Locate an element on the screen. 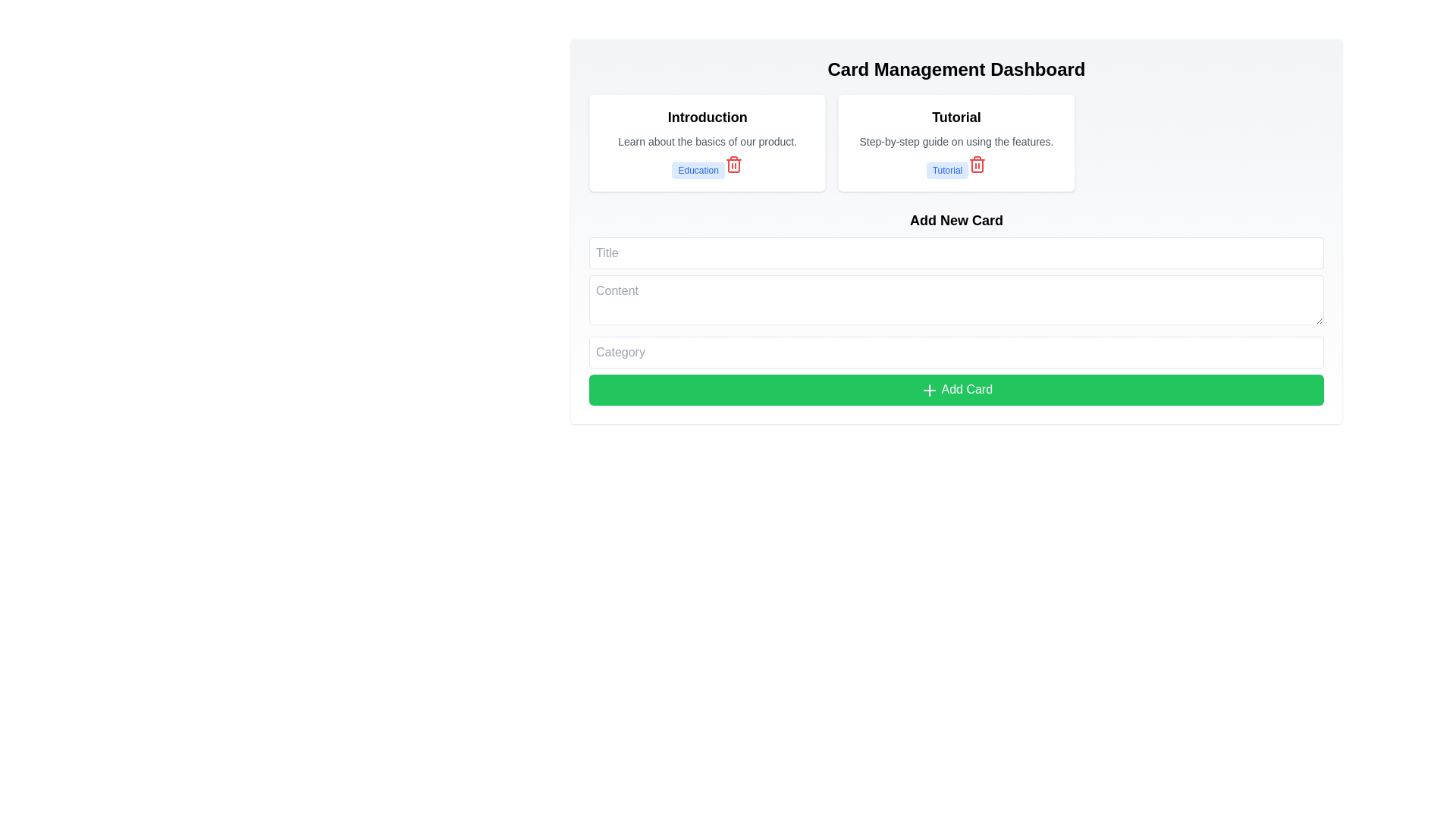 This screenshot has height=819, width=1456. the descriptive text label located directly beneath the bold 'Tutorial' heading, which is within a bordered rectangle on the interface is located at coordinates (955, 141).